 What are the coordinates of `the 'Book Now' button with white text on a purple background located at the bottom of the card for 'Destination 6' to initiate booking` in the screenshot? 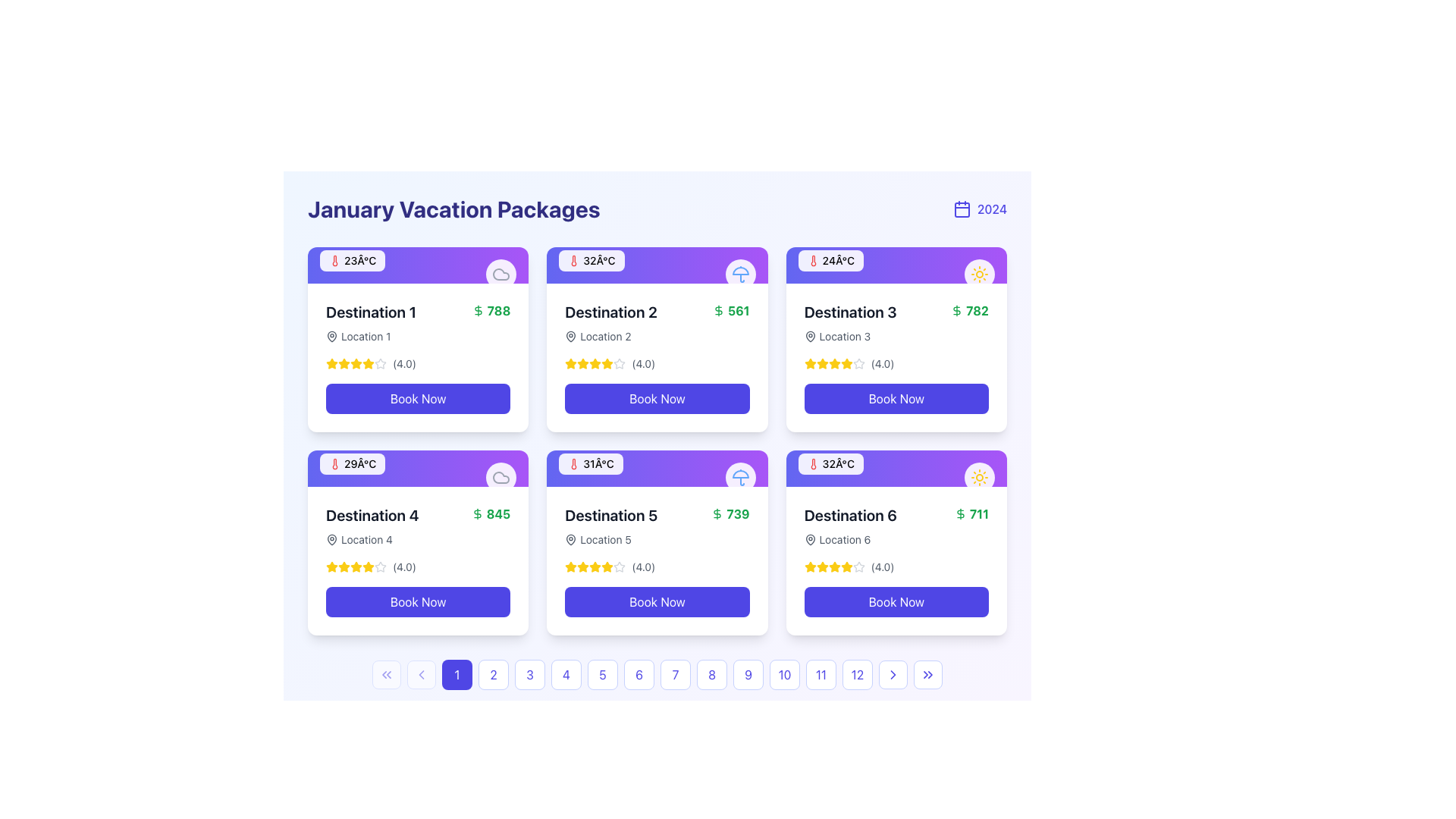 It's located at (896, 601).